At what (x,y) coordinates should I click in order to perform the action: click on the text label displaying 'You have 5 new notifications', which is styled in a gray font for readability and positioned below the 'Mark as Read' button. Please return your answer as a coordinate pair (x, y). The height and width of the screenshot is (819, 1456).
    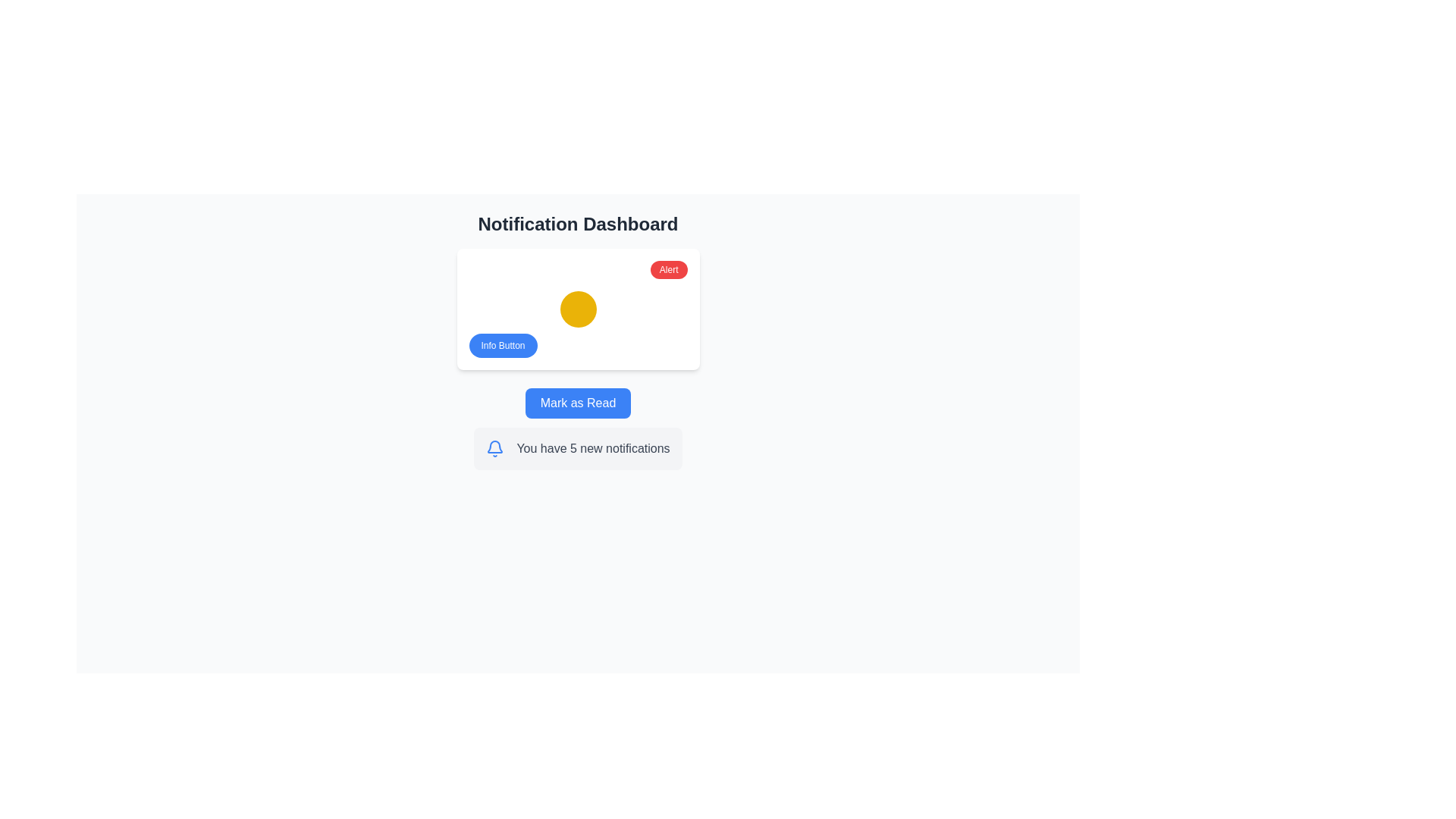
    Looking at the image, I should click on (592, 447).